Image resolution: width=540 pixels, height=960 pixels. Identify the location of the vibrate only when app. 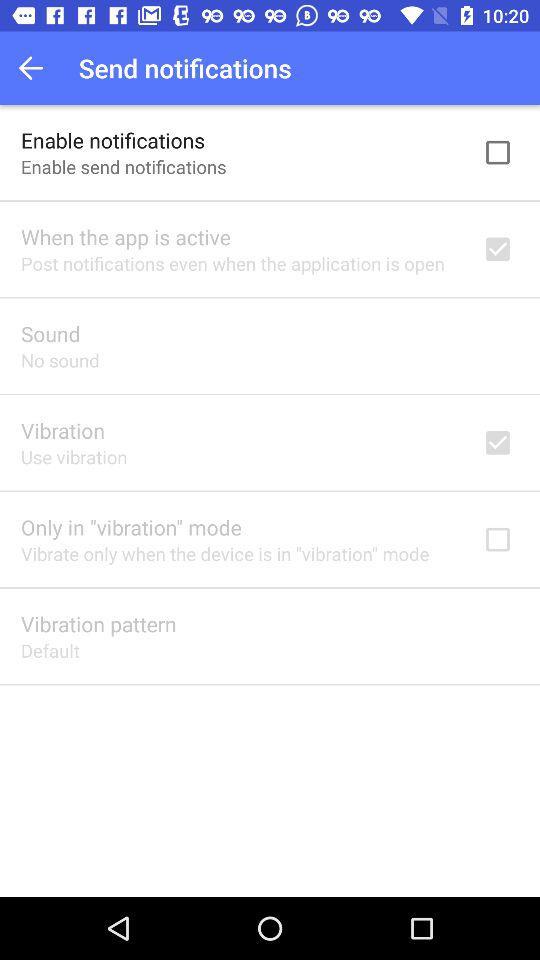
(224, 553).